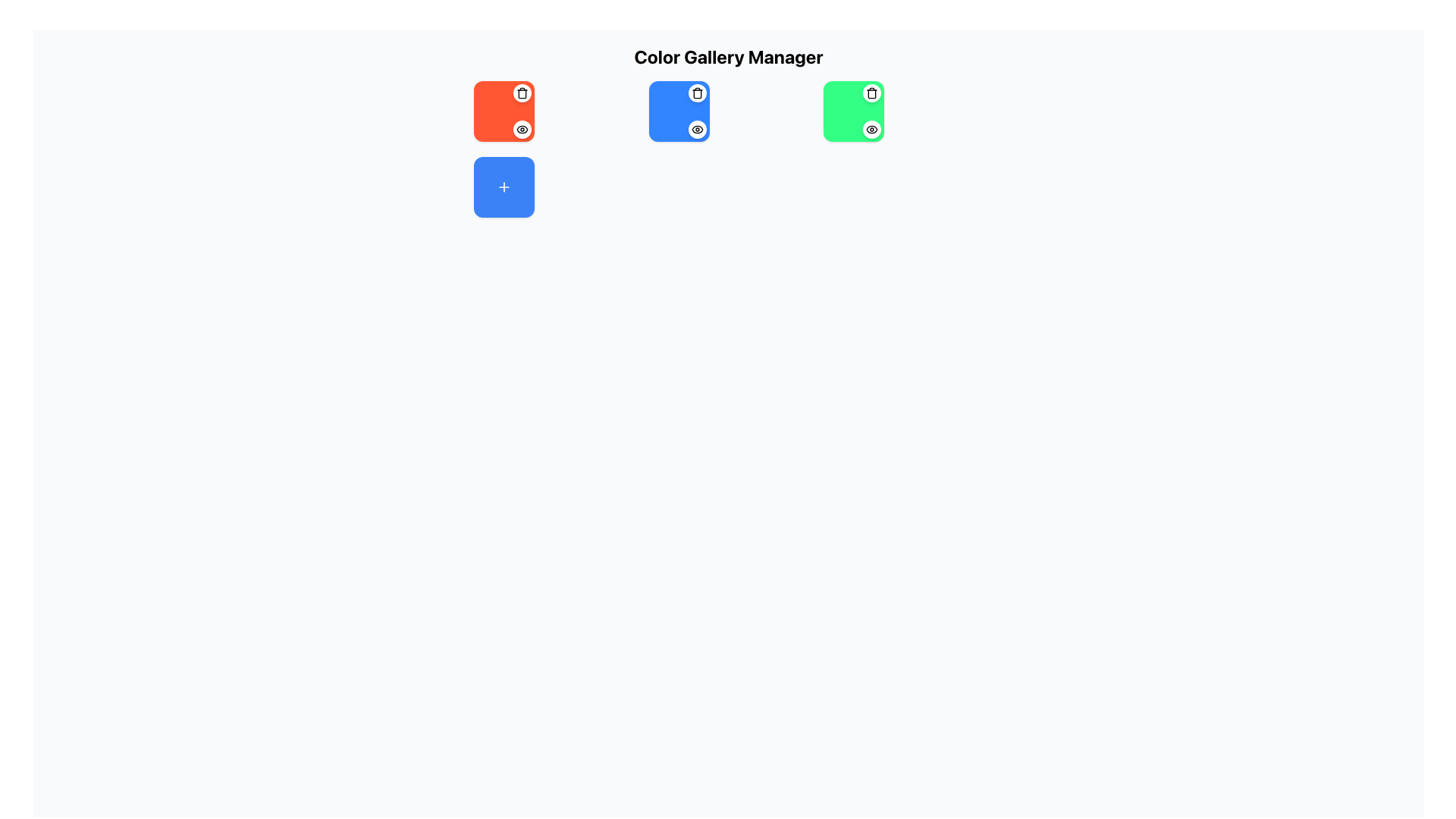 The width and height of the screenshot is (1456, 819). I want to click on the eye-shaped icon located in the bottom-right corner of the blue square card, so click(696, 128).